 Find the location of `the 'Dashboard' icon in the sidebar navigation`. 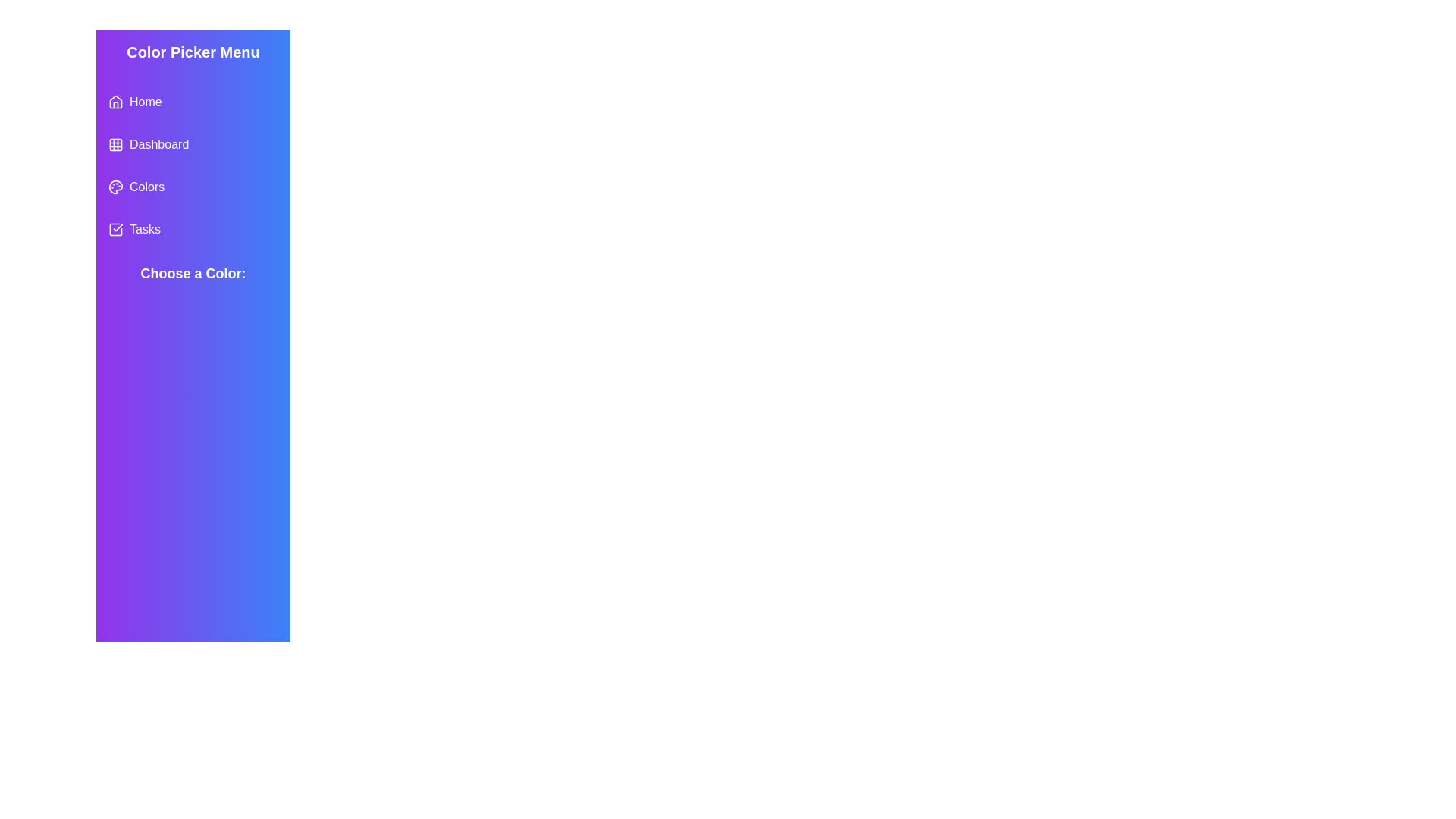

the 'Dashboard' icon in the sidebar navigation is located at coordinates (115, 145).